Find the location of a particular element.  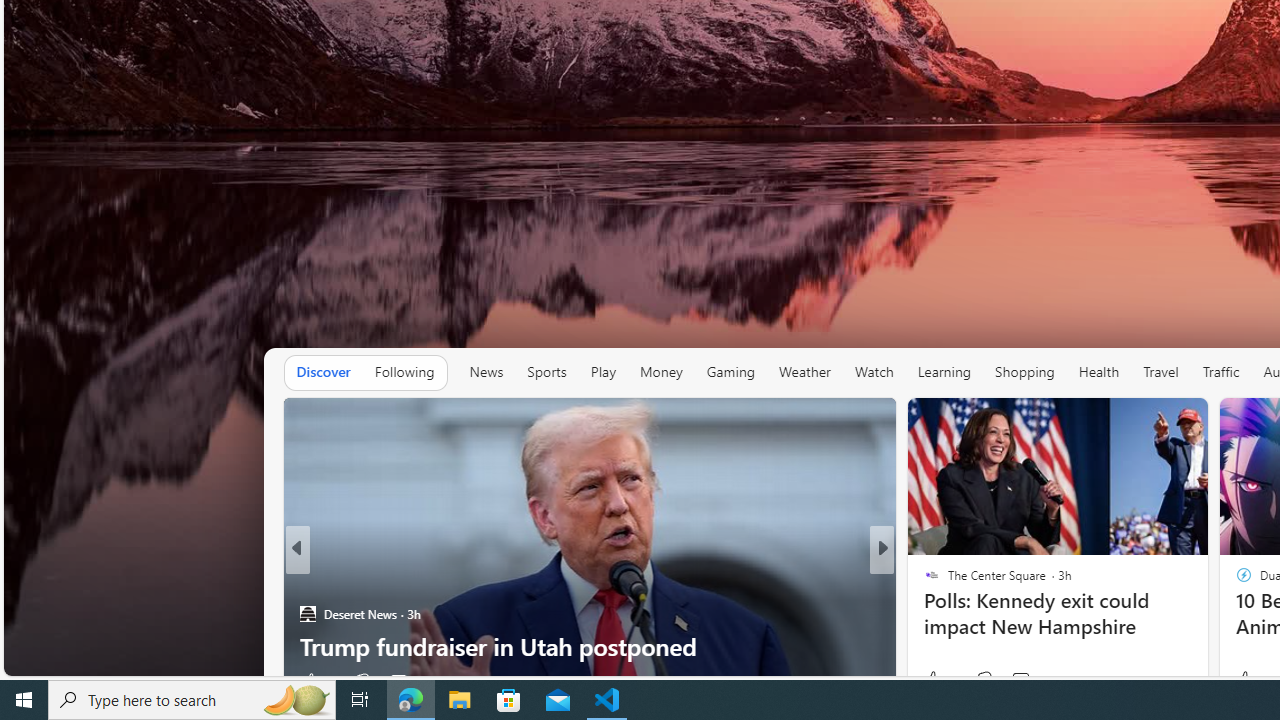

'319 Like' is located at coordinates (935, 680).